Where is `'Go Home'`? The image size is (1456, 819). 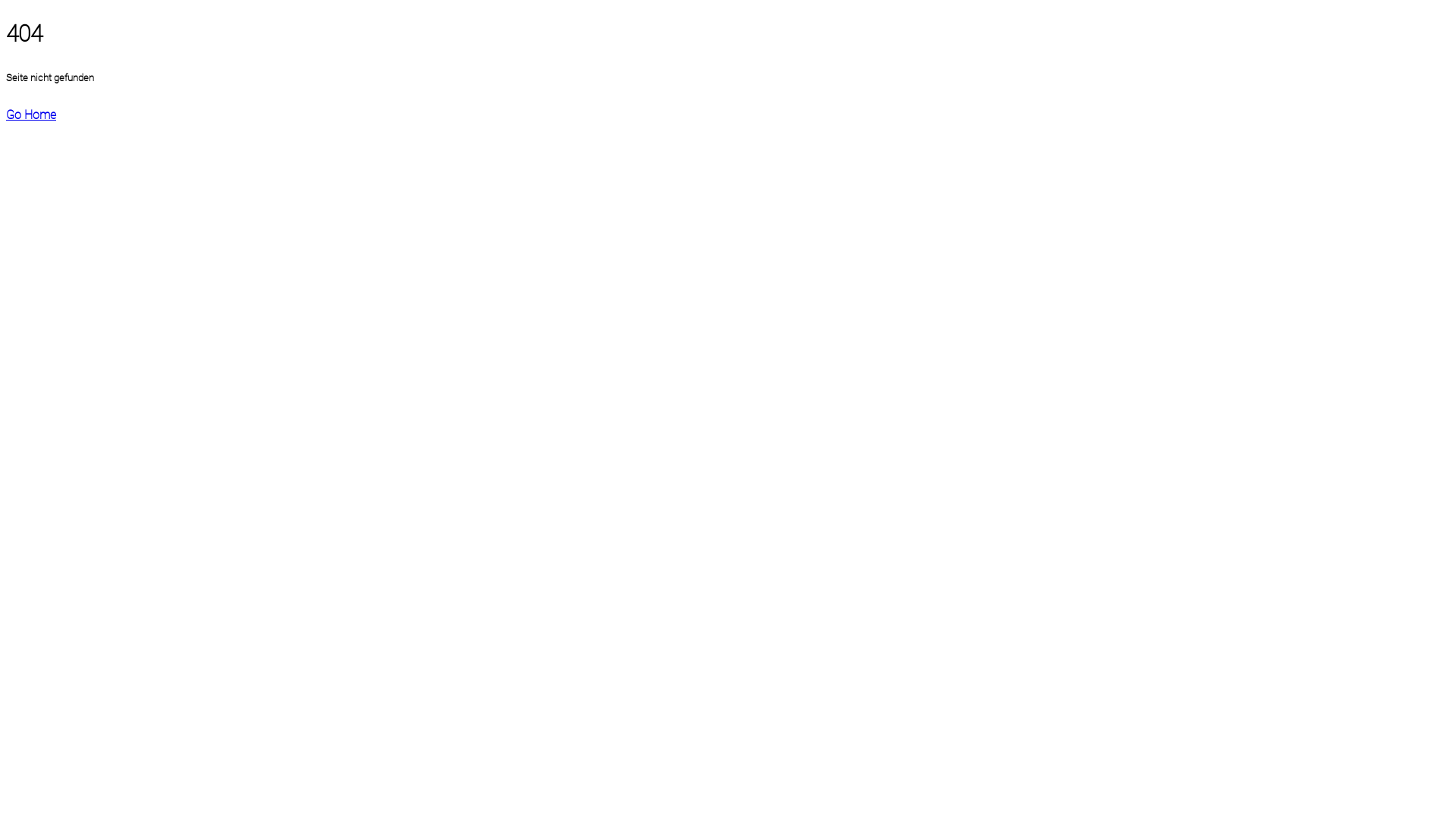
'Go Home' is located at coordinates (31, 114).